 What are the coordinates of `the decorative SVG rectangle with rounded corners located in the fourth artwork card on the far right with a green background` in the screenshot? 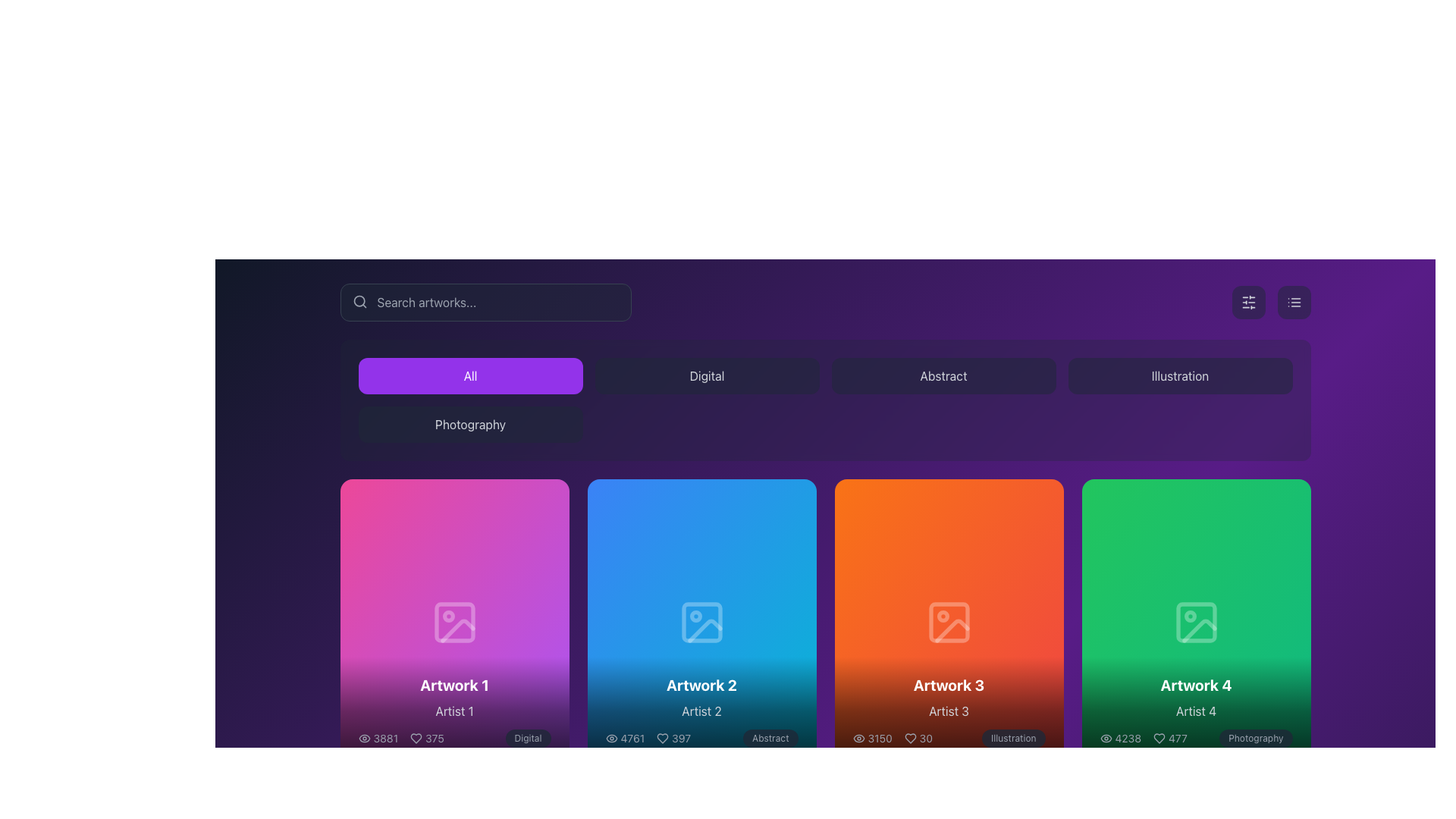 It's located at (1195, 622).